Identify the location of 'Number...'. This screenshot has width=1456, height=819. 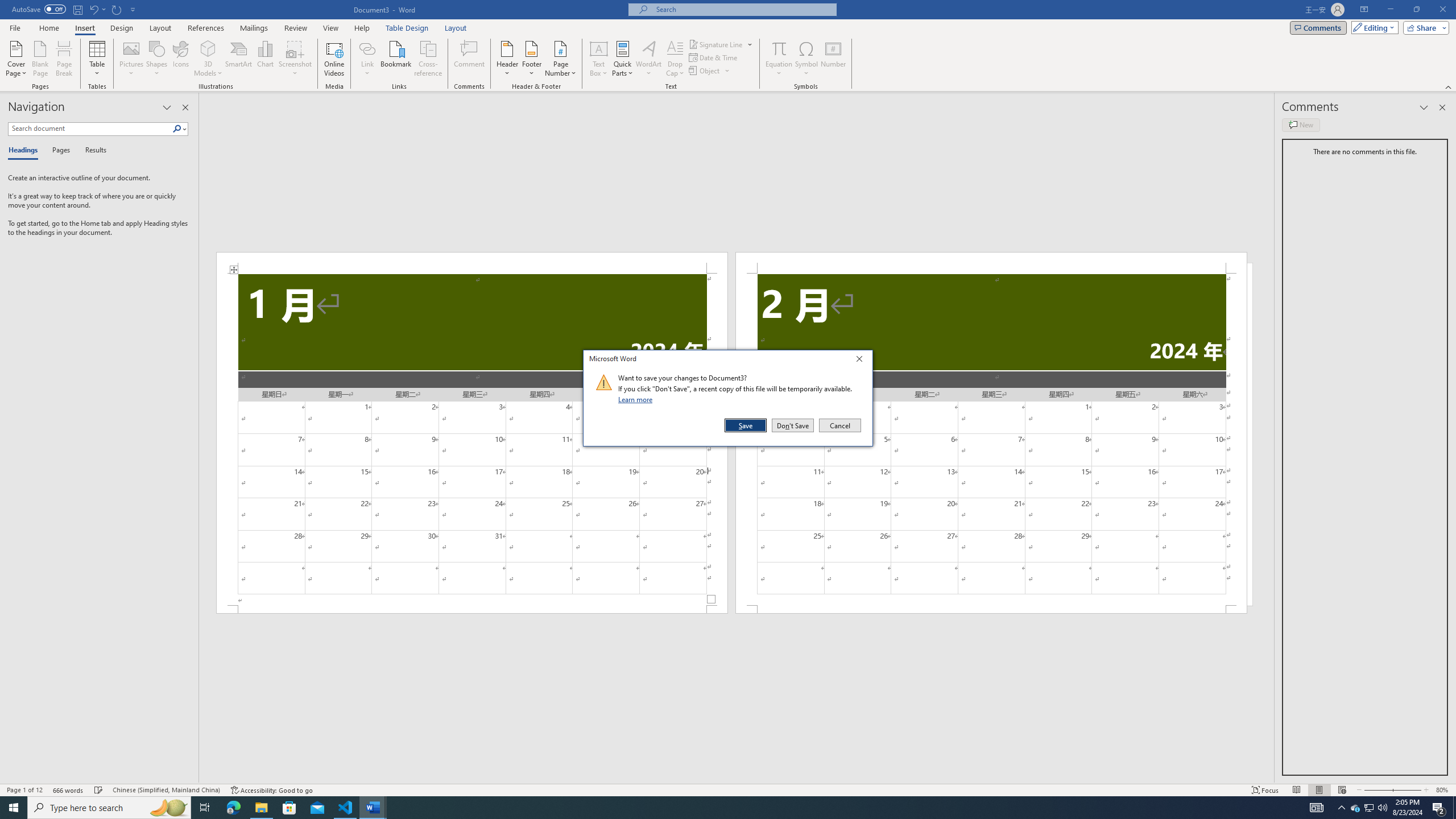
(833, 59).